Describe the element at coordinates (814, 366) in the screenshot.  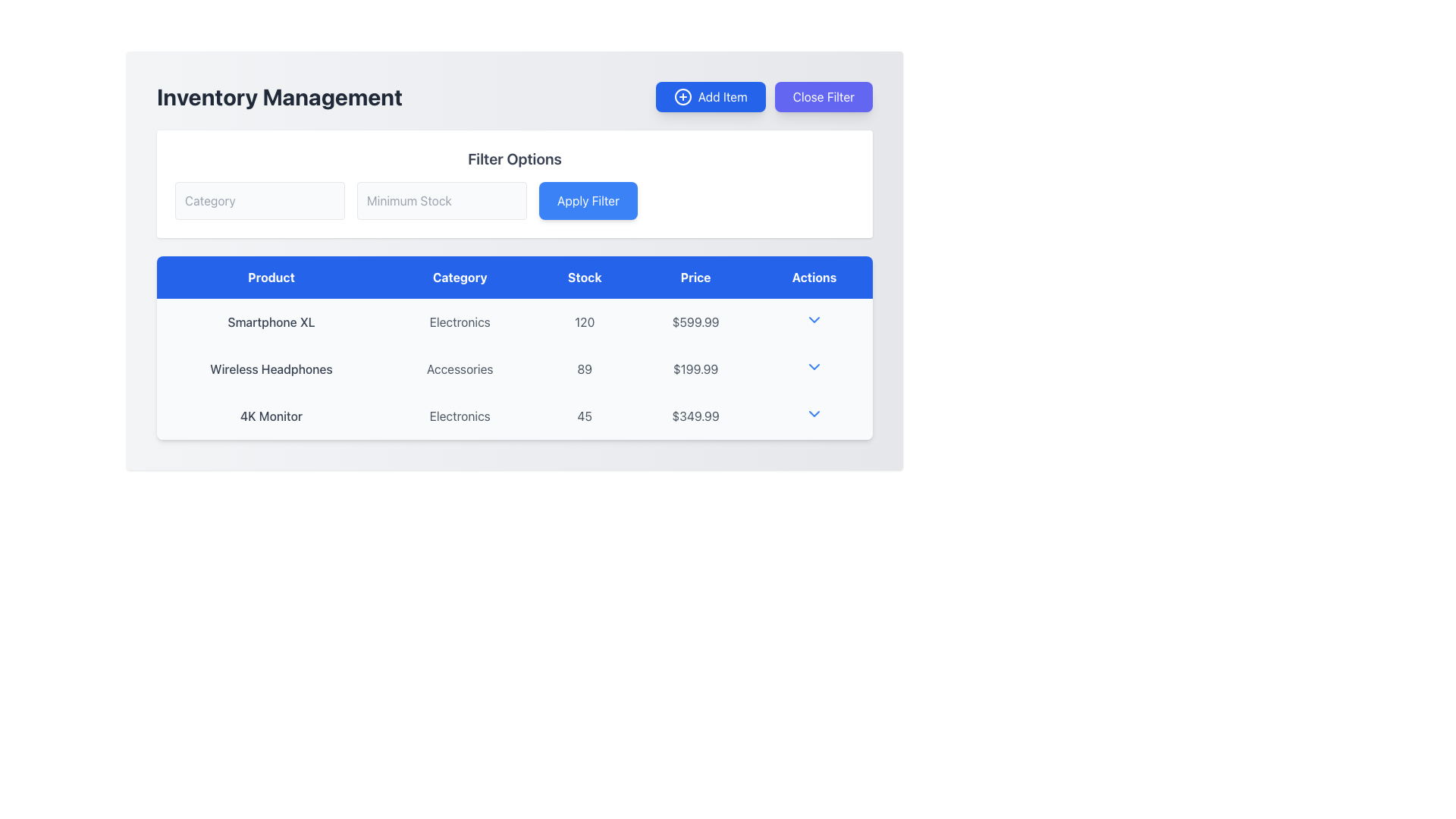
I see `the dropdown trigger button in the 'Actions' column of the second row for the 'Wireless Headphones' product entry` at that location.